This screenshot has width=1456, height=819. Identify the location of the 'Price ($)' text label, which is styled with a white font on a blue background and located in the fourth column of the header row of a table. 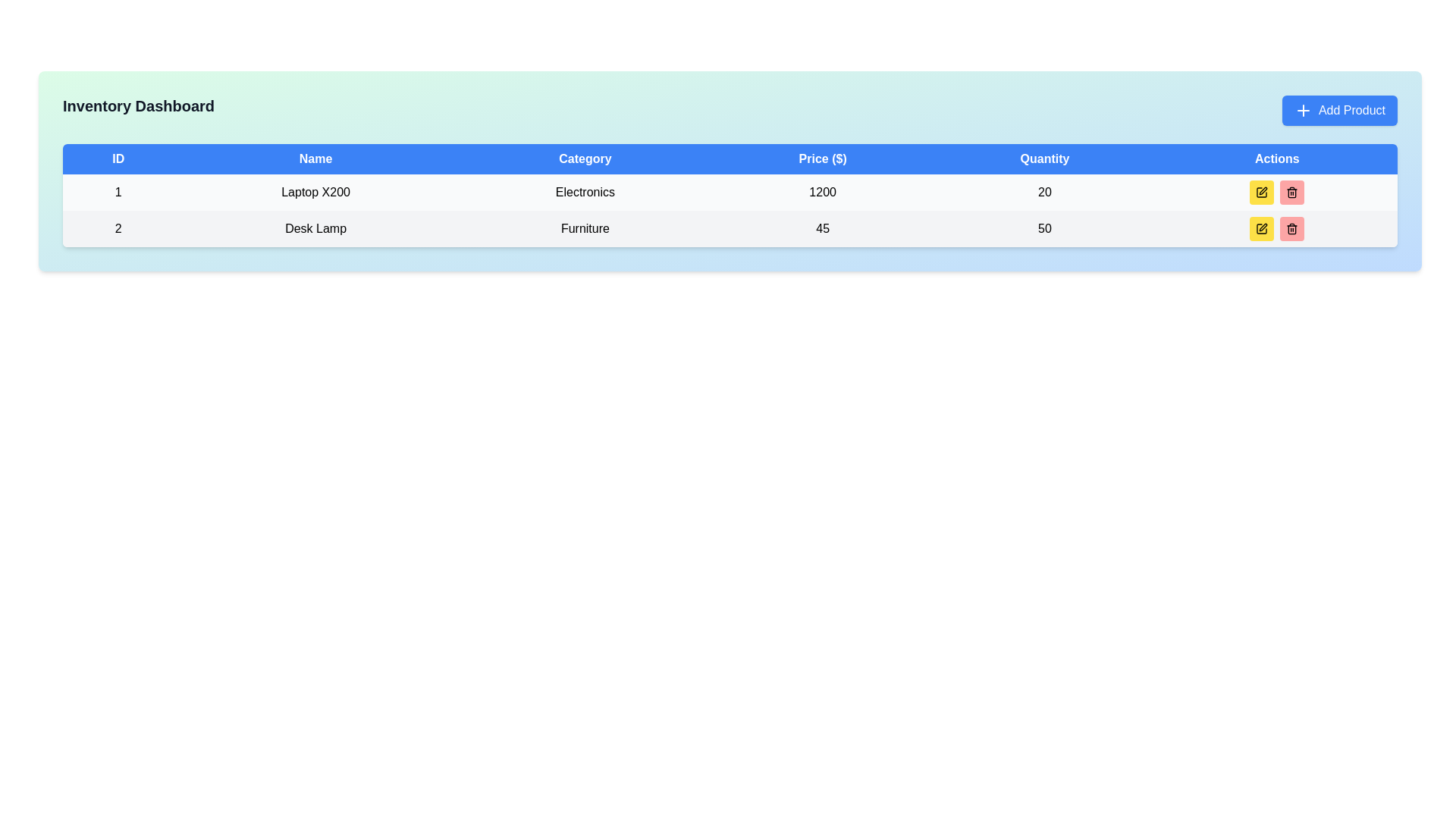
(822, 158).